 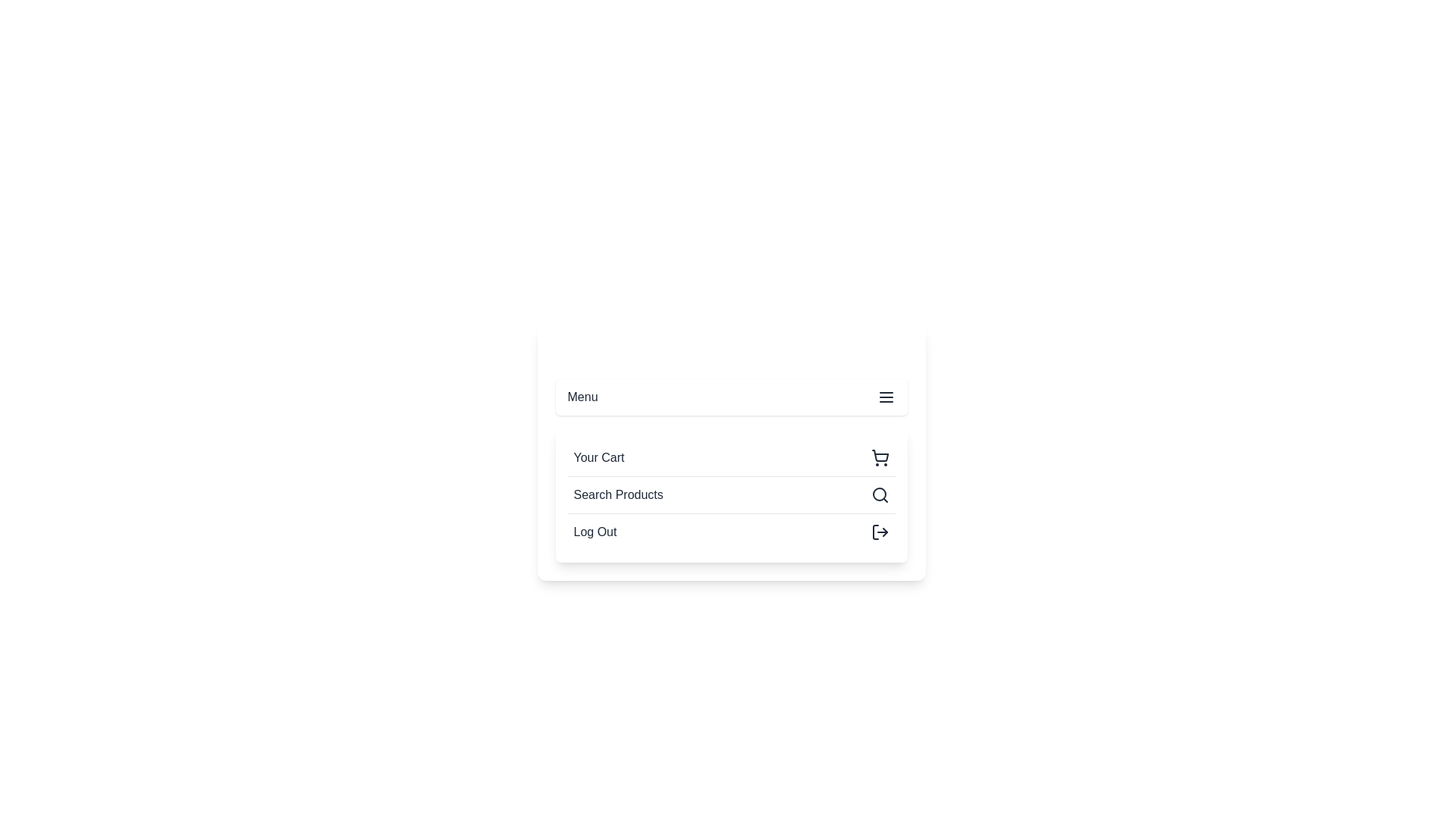 What do you see at coordinates (880, 532) in the screenshot?
I see `the logout icon, which resembles an arrow pointing outwards from a rectangle, located to the far right of the 'Log Out' text` at bounding box center [880, 532].